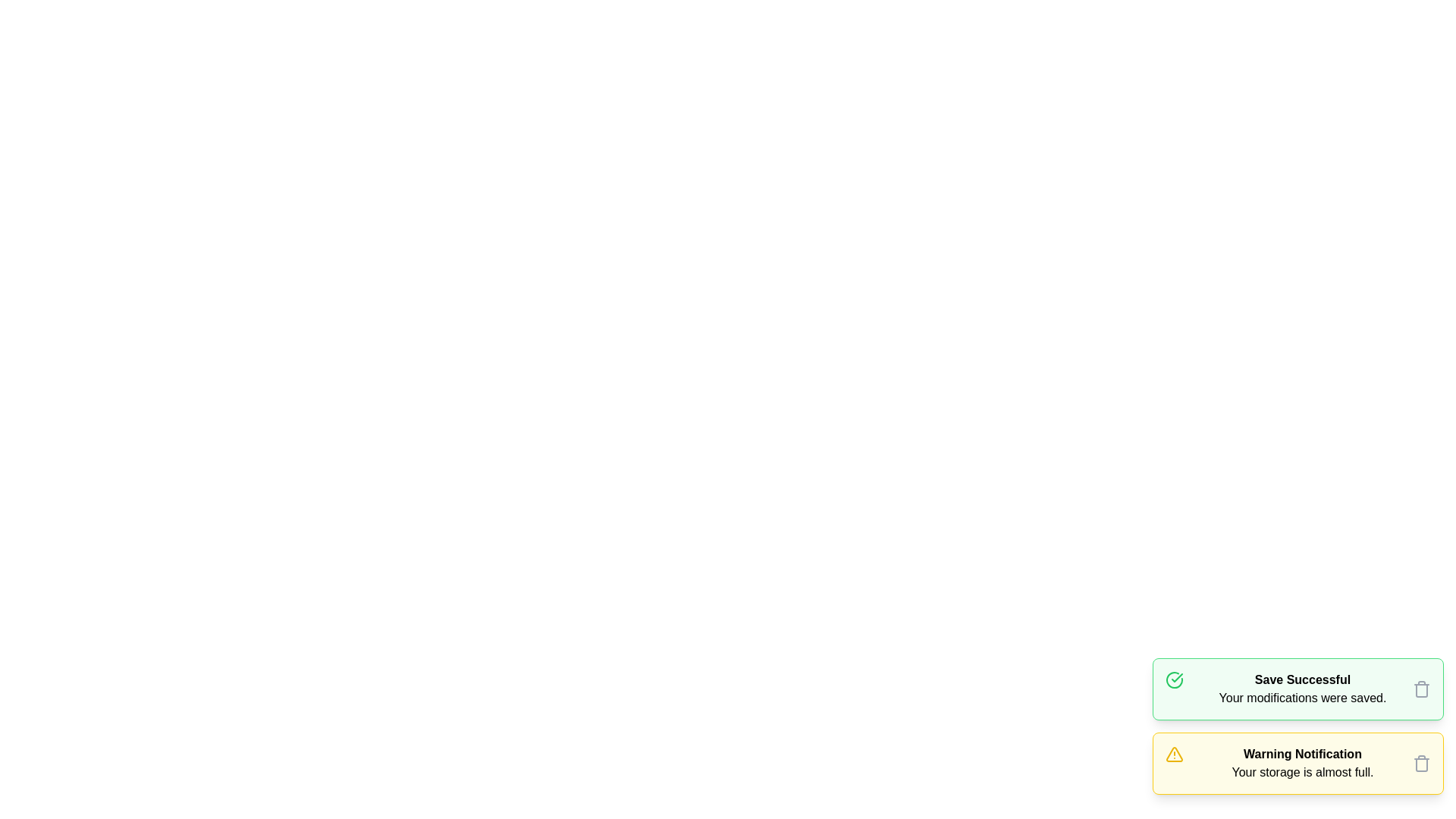 This screenshot has height=819, width=1456. I want to click on the trash can icon to dismiss the notification, so click(1421, 689).